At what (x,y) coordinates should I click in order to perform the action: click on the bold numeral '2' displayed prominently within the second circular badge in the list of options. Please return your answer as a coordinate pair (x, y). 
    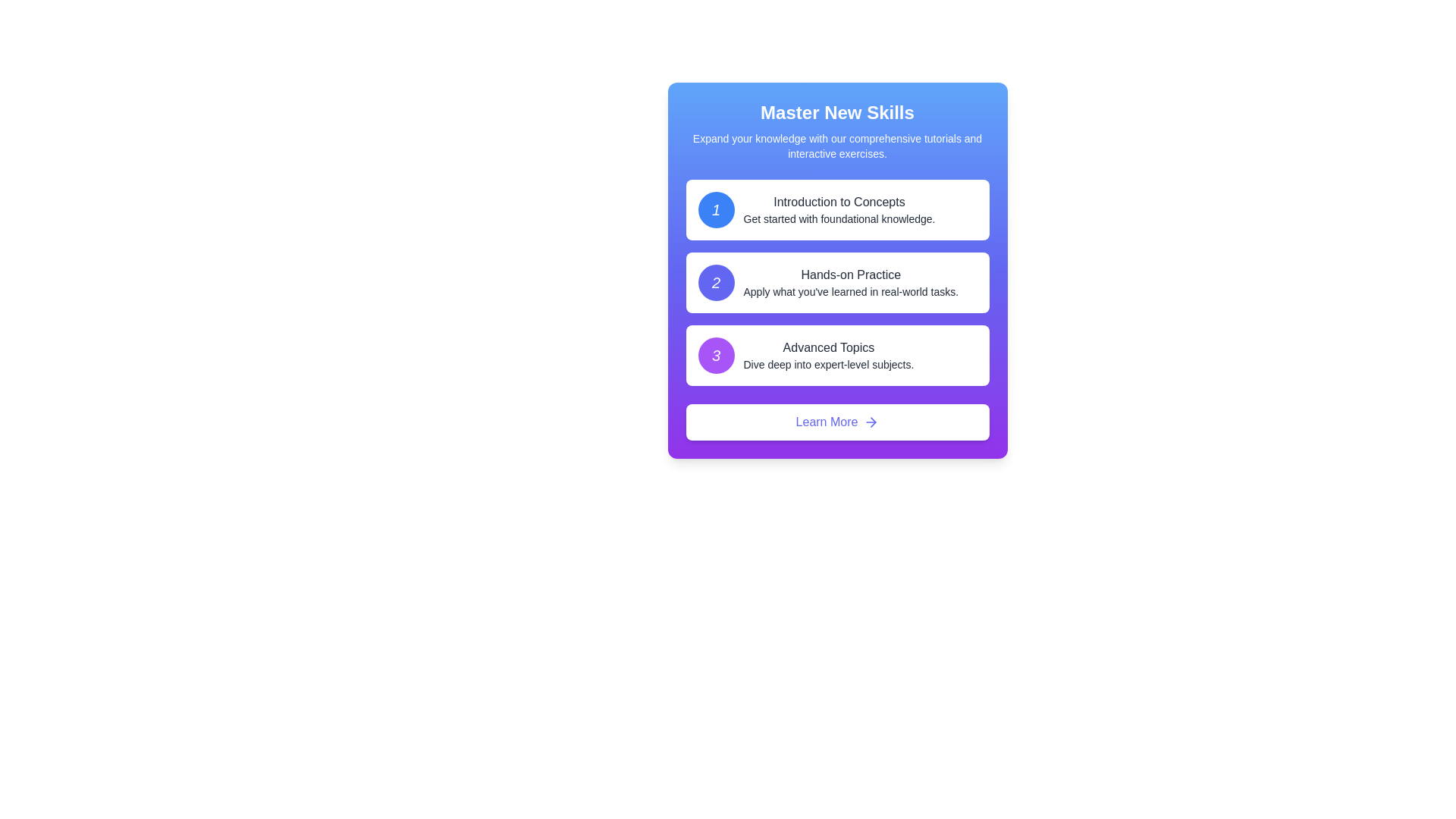
    Looking at the image, I should click on (715, 283).